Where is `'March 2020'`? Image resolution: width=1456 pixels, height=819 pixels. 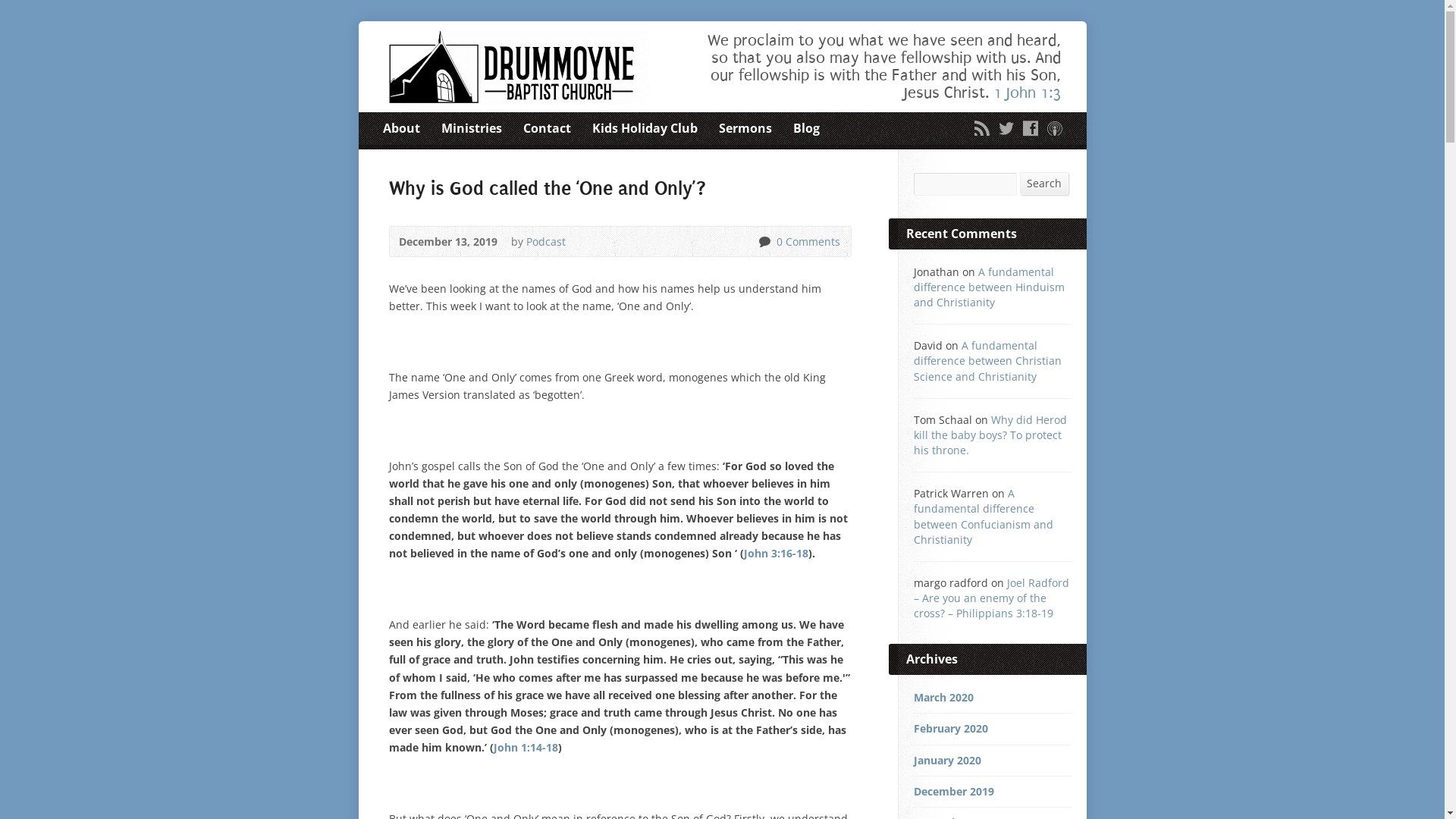 'March 2020' is located at coordinates (912, 697).